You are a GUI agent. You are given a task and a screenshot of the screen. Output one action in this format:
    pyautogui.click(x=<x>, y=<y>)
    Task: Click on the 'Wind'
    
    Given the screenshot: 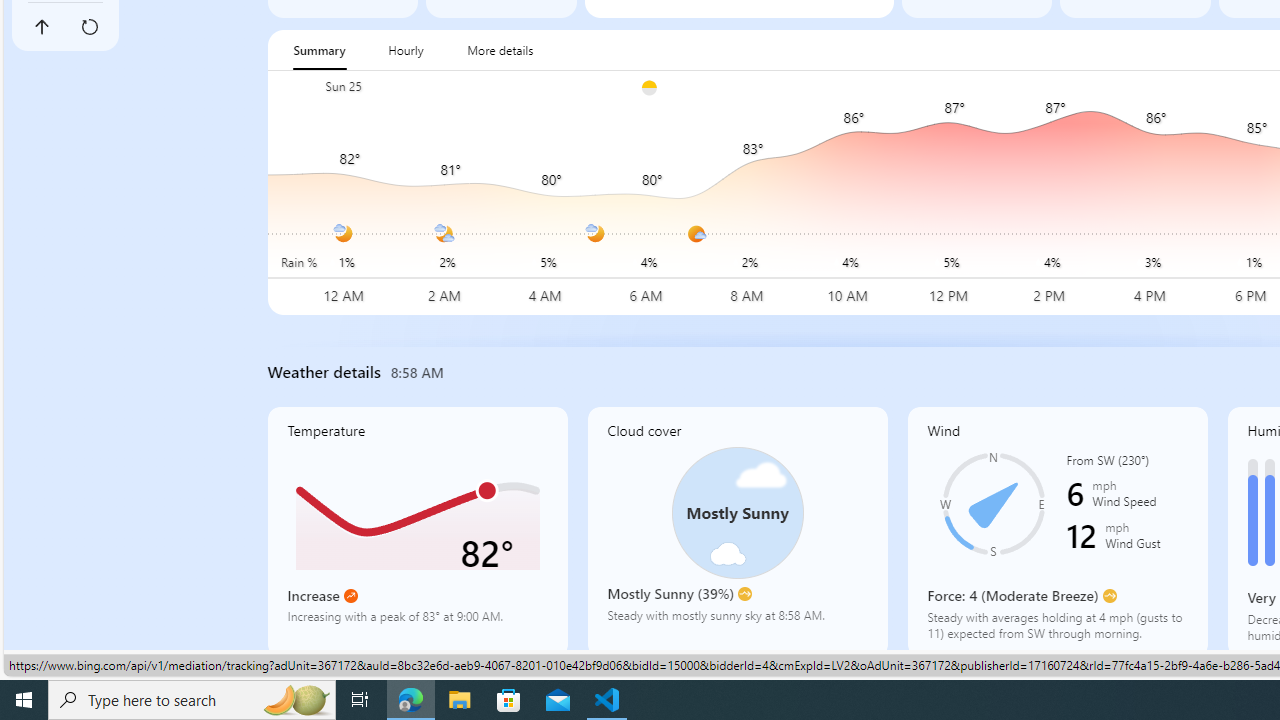 What is the action you would take?
    pyautogui.click(x=1056, y=530)
    